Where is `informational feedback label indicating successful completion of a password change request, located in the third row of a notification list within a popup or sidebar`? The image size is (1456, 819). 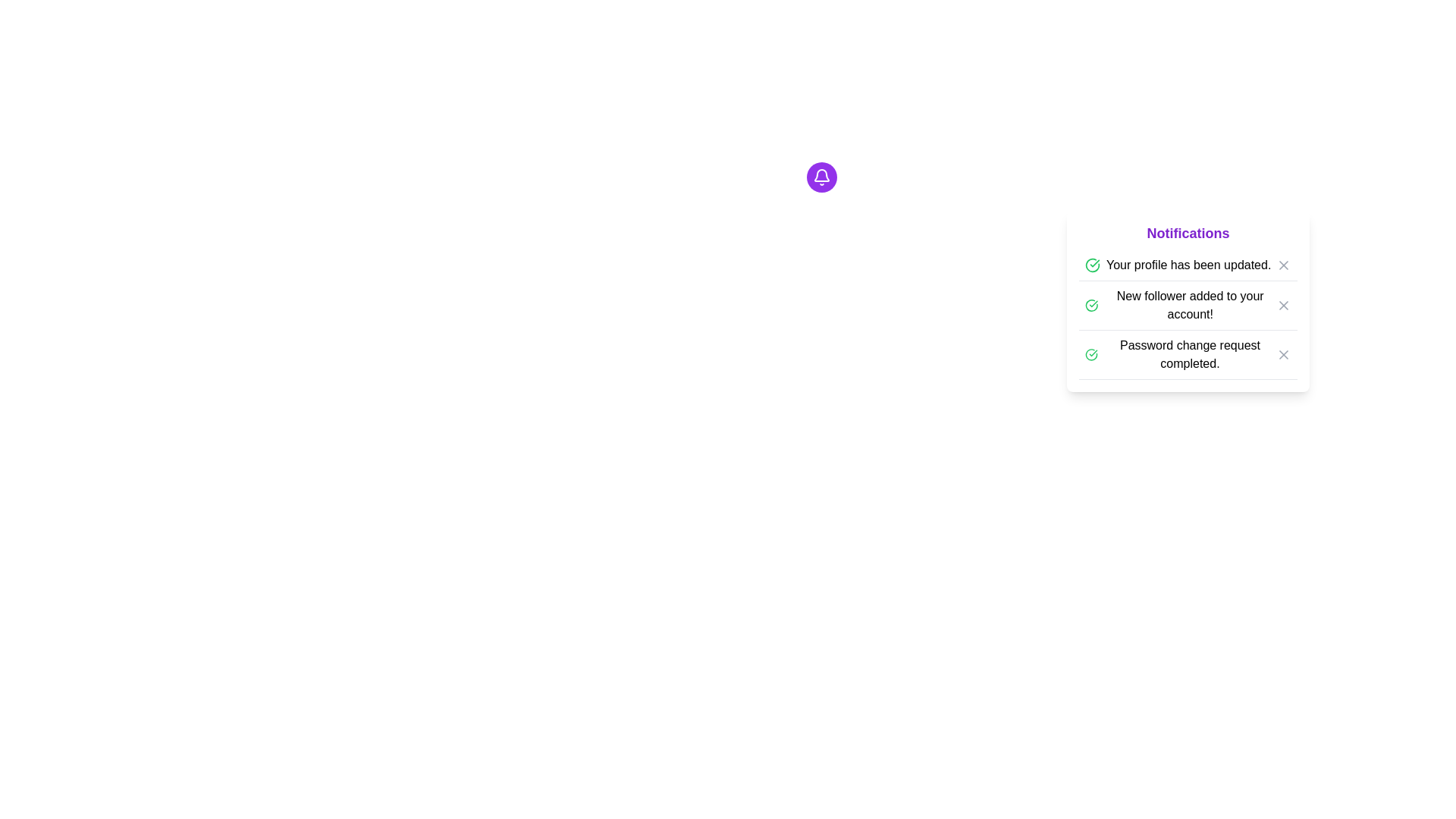 informational feedback label indicating successful completion of a password change request, located in the third row of a notification list within a popup or sidebar is located at coordinates (1179, 354).